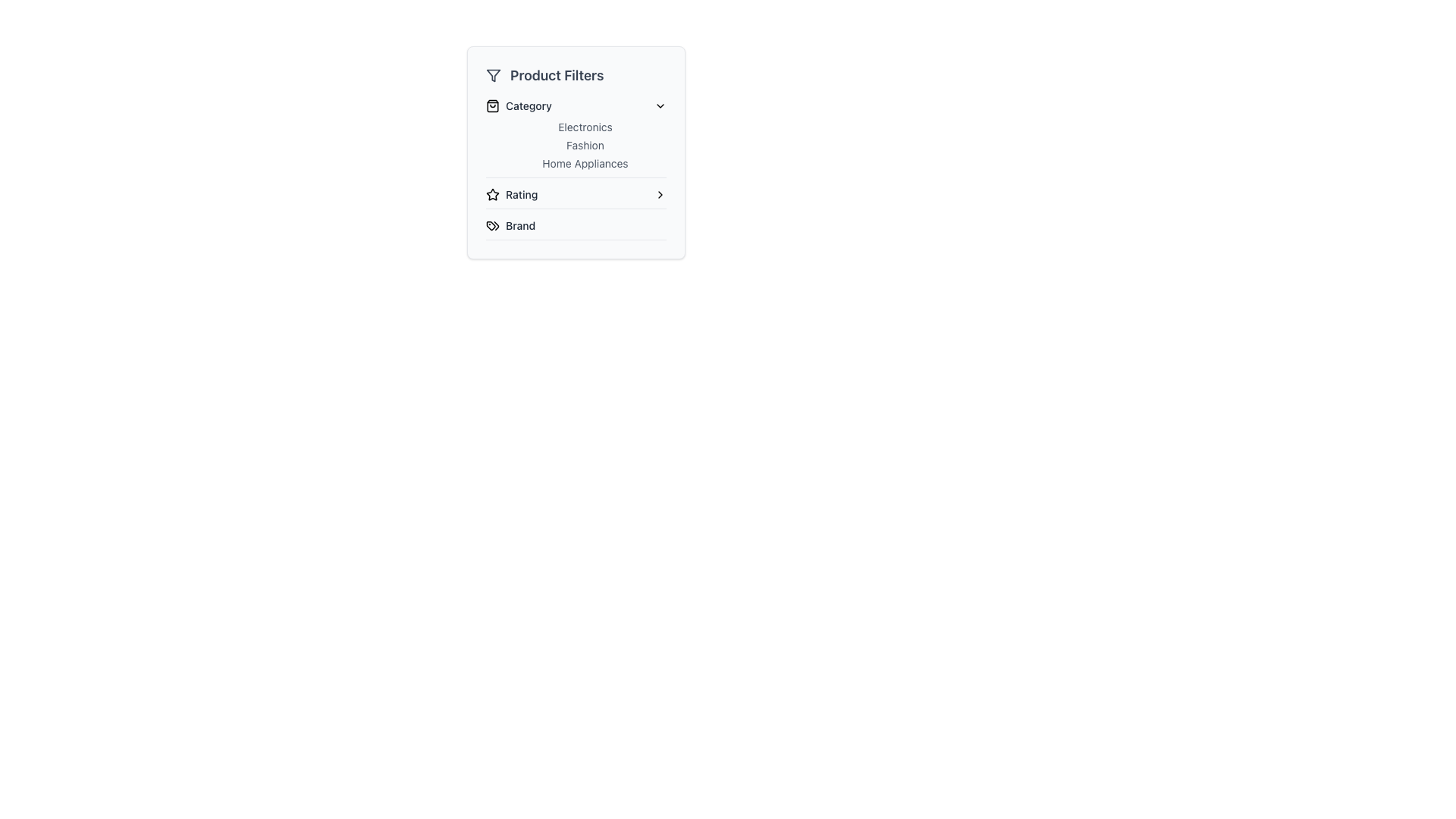  Describe the element at coordinates (575, 169) in the screenshot. I see `the 'Category' filter in the vertical list of filter options within the 'Product Filters' panel` at that location.